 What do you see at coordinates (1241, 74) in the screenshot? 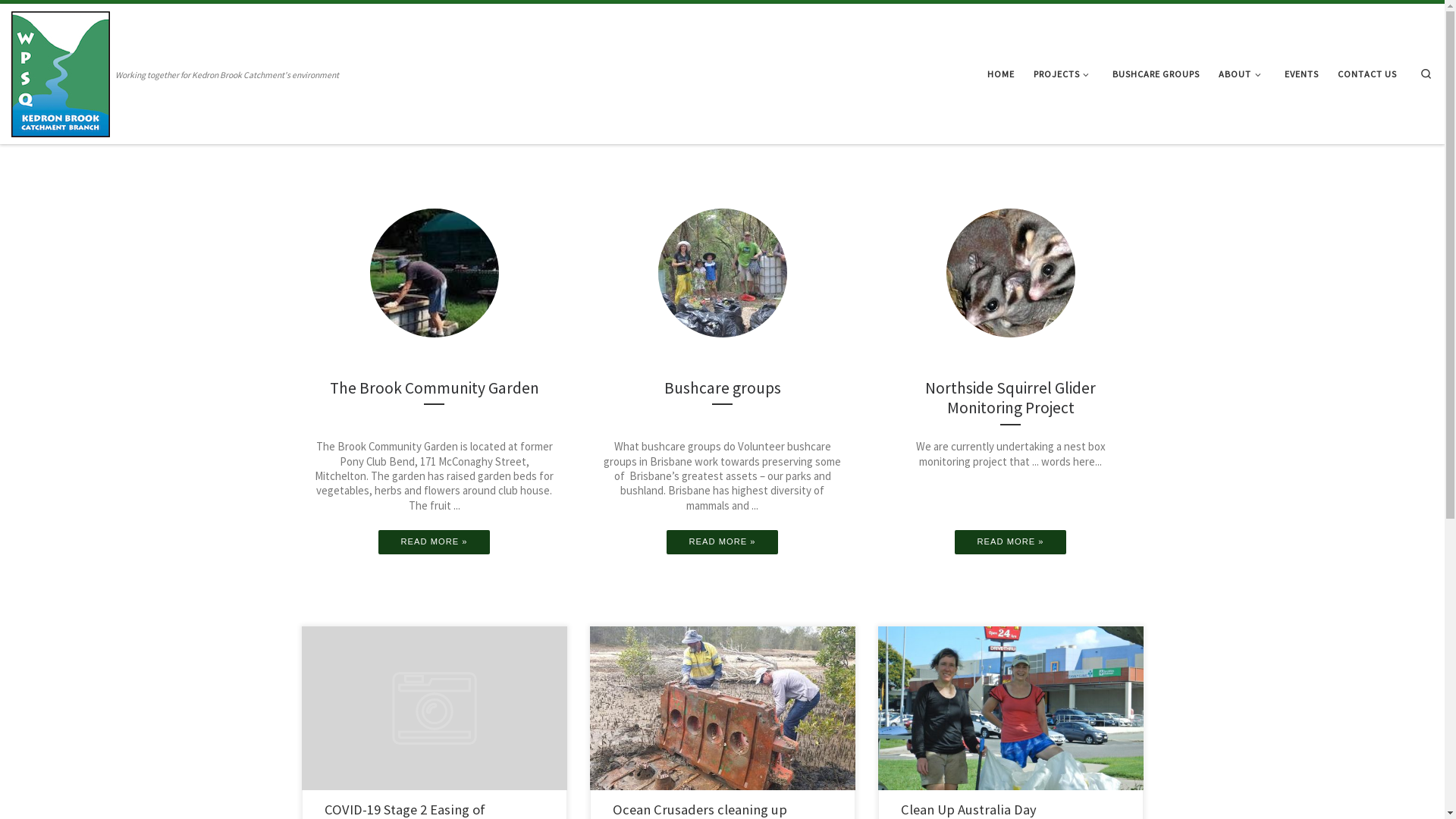
I see `'ABOUT'` at bounding box center [1241, 74].